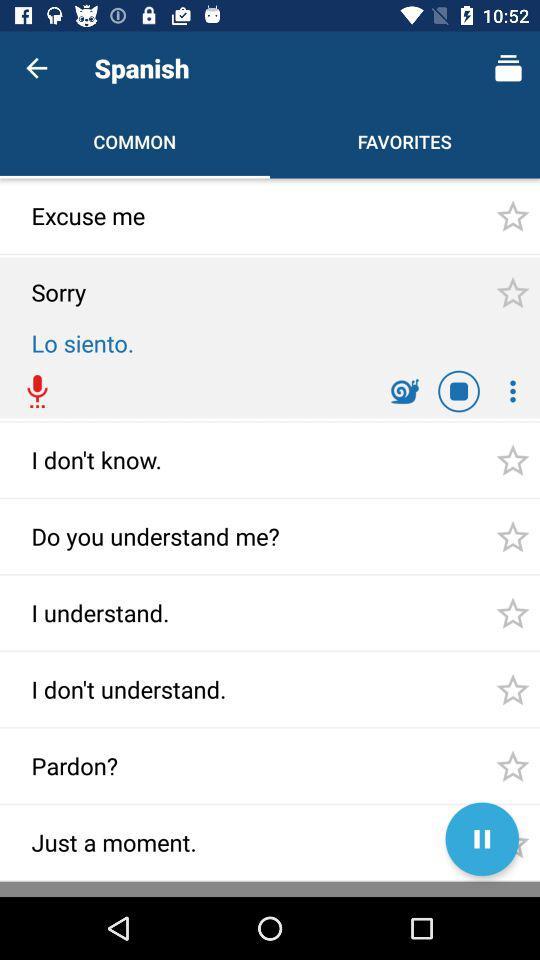 Image resolution: width=540 pixels, height=960 pixels. I want to click on the pause icon, so click(481, 839).